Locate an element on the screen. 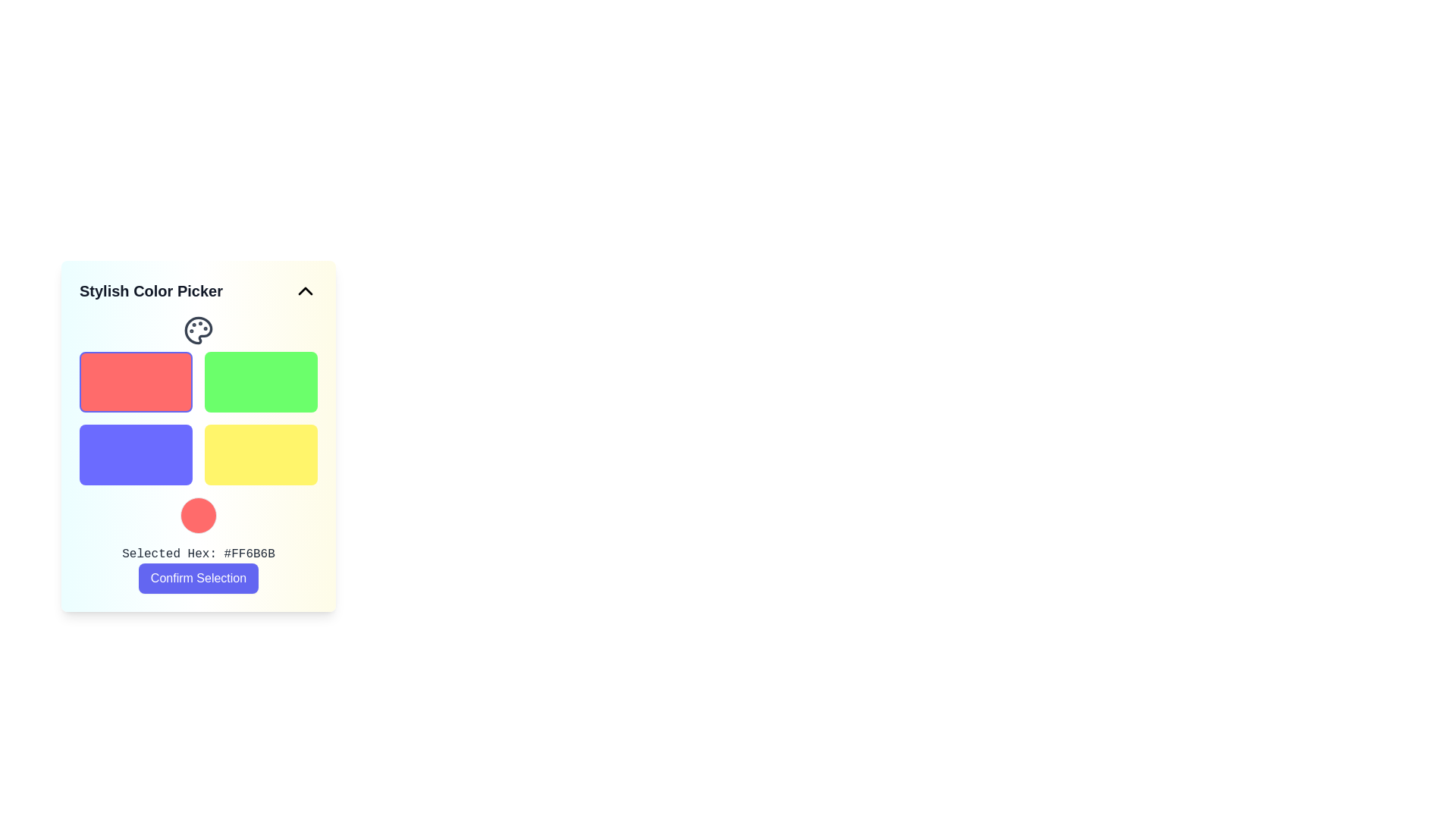 Image resolution: width=1456 pixels, height=819 pixels. the painter's palette icon that represents color selection or artistic tools, located slightly above a color grid and to the left of a descriptive header label is located at coordinates (198, 329).